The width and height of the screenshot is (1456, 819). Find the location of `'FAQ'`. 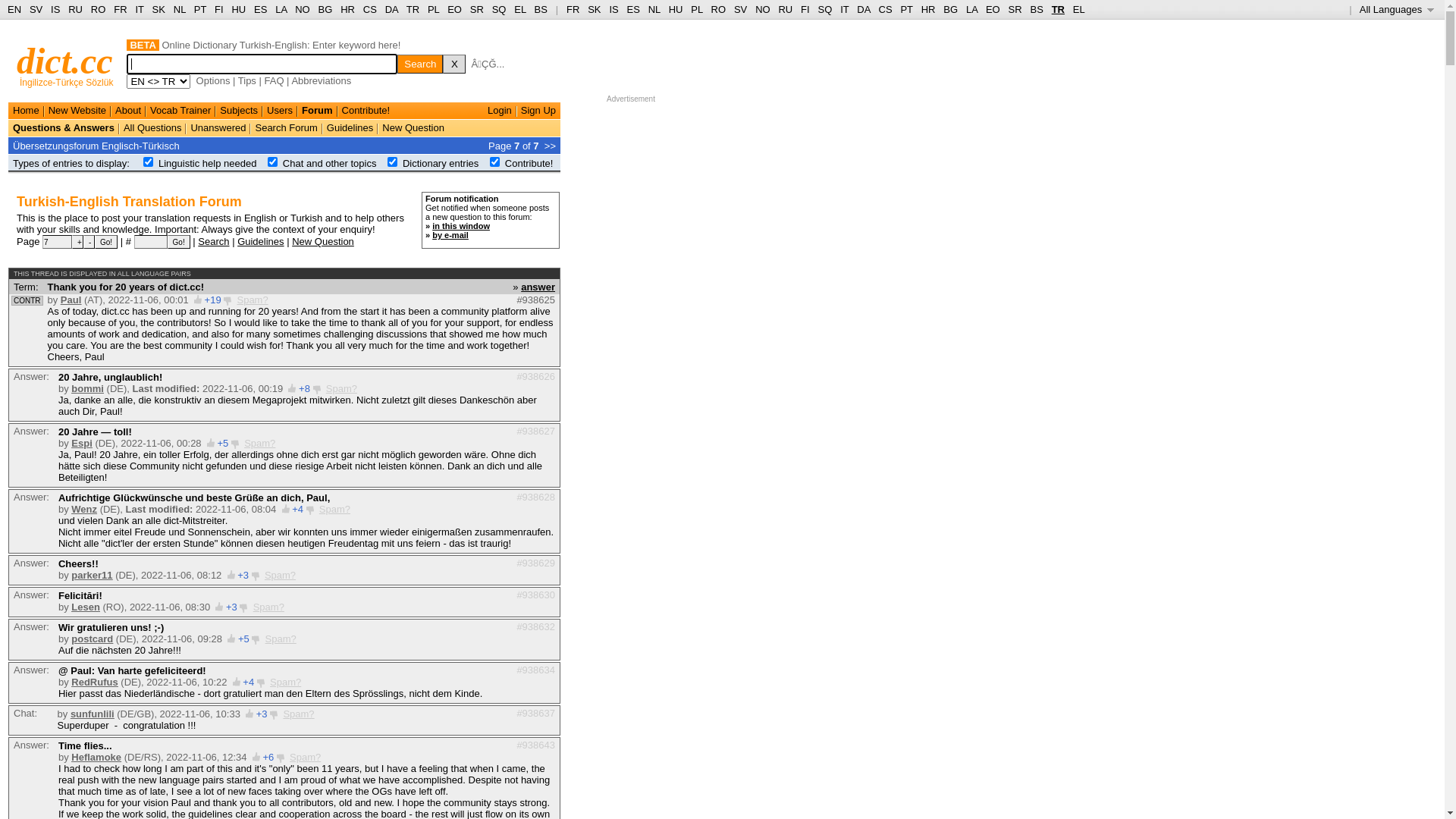

'FAQ' is located at coordinates (273, 80).